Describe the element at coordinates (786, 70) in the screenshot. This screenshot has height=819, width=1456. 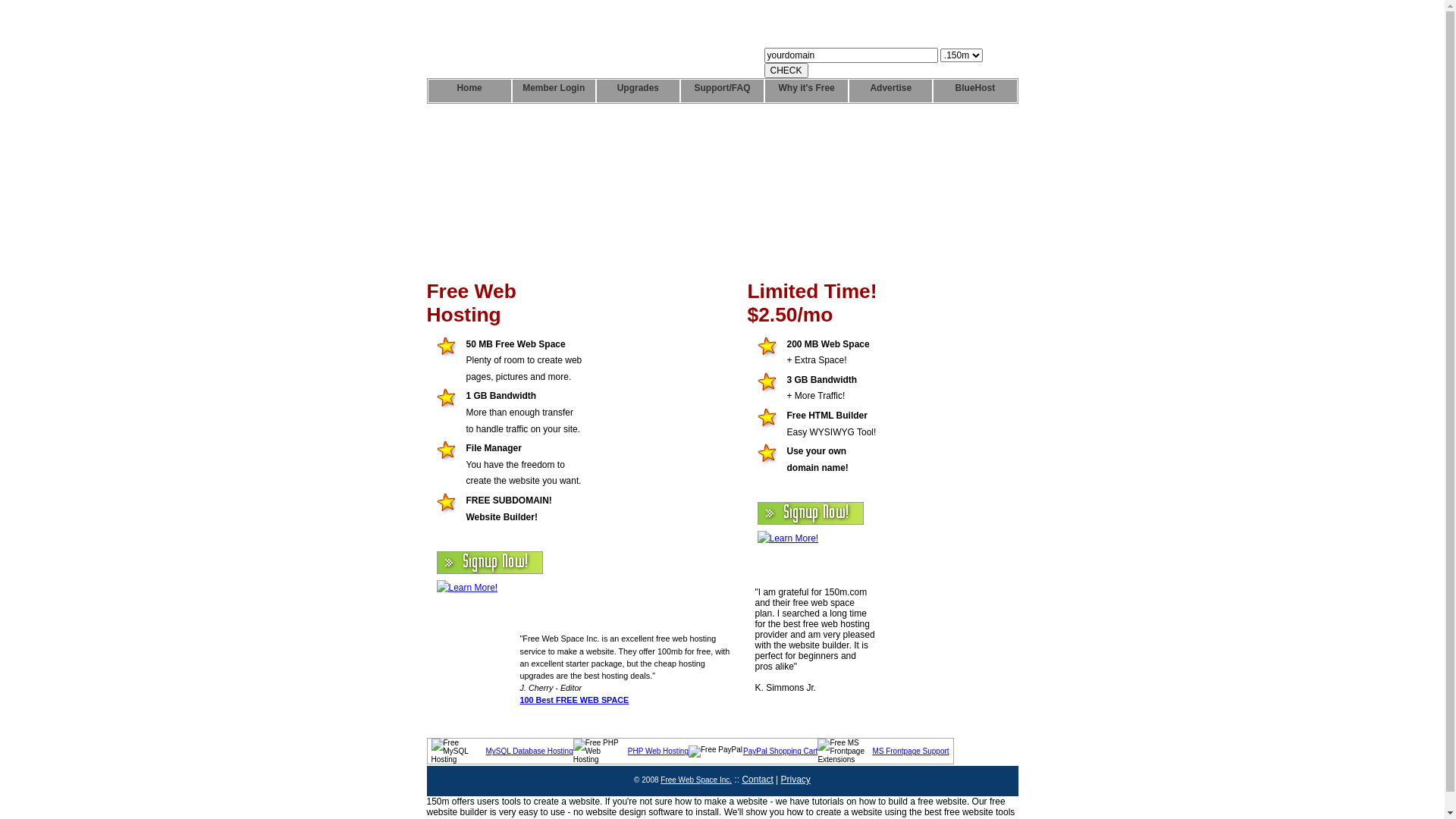
I see `'CHECK'` at that location.